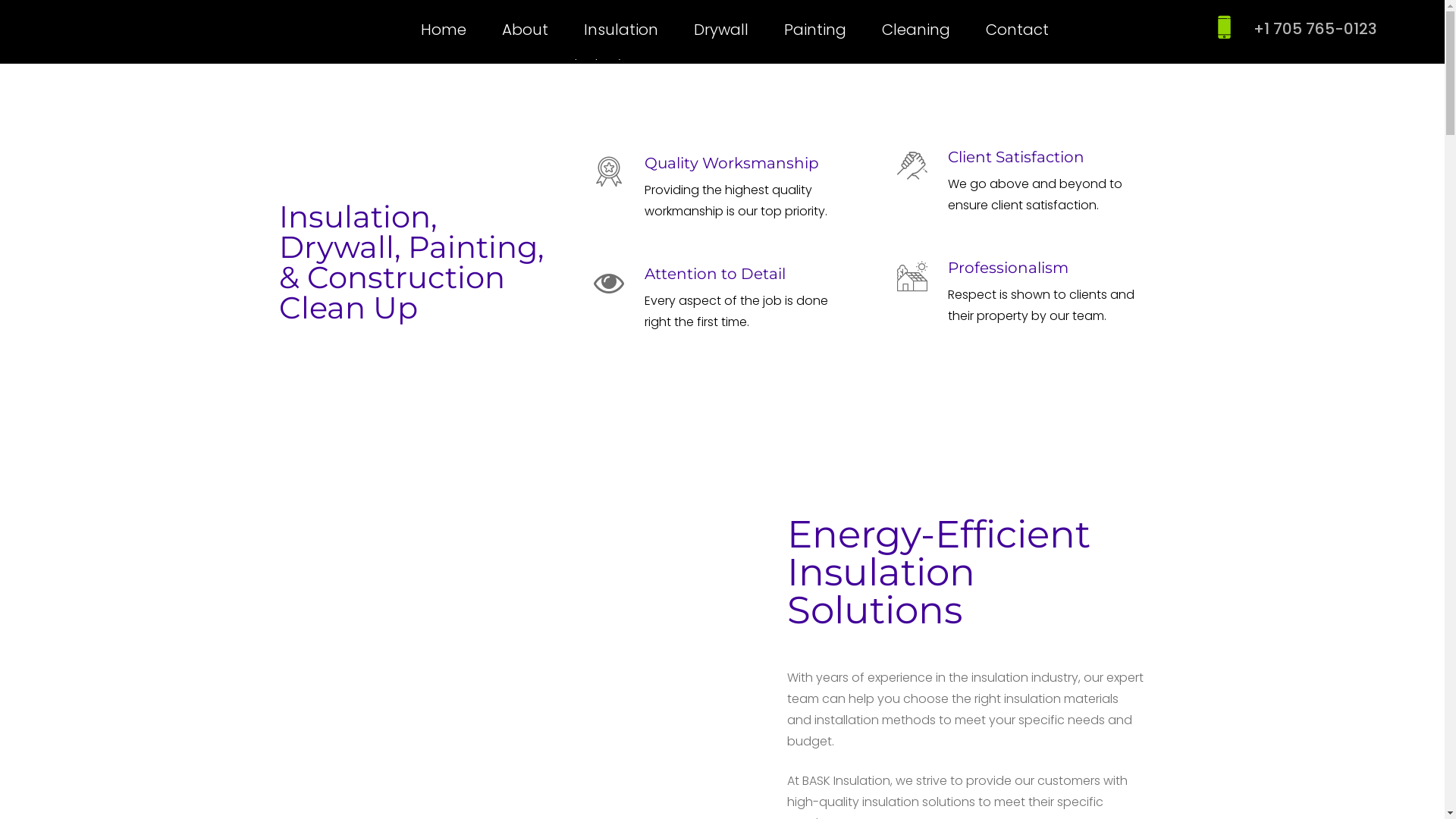 The height and width of the screenshot is (819, 1456). Describe the element at coordinates (582, 29) in the screenshot. I see `'Insulation'` at that location.